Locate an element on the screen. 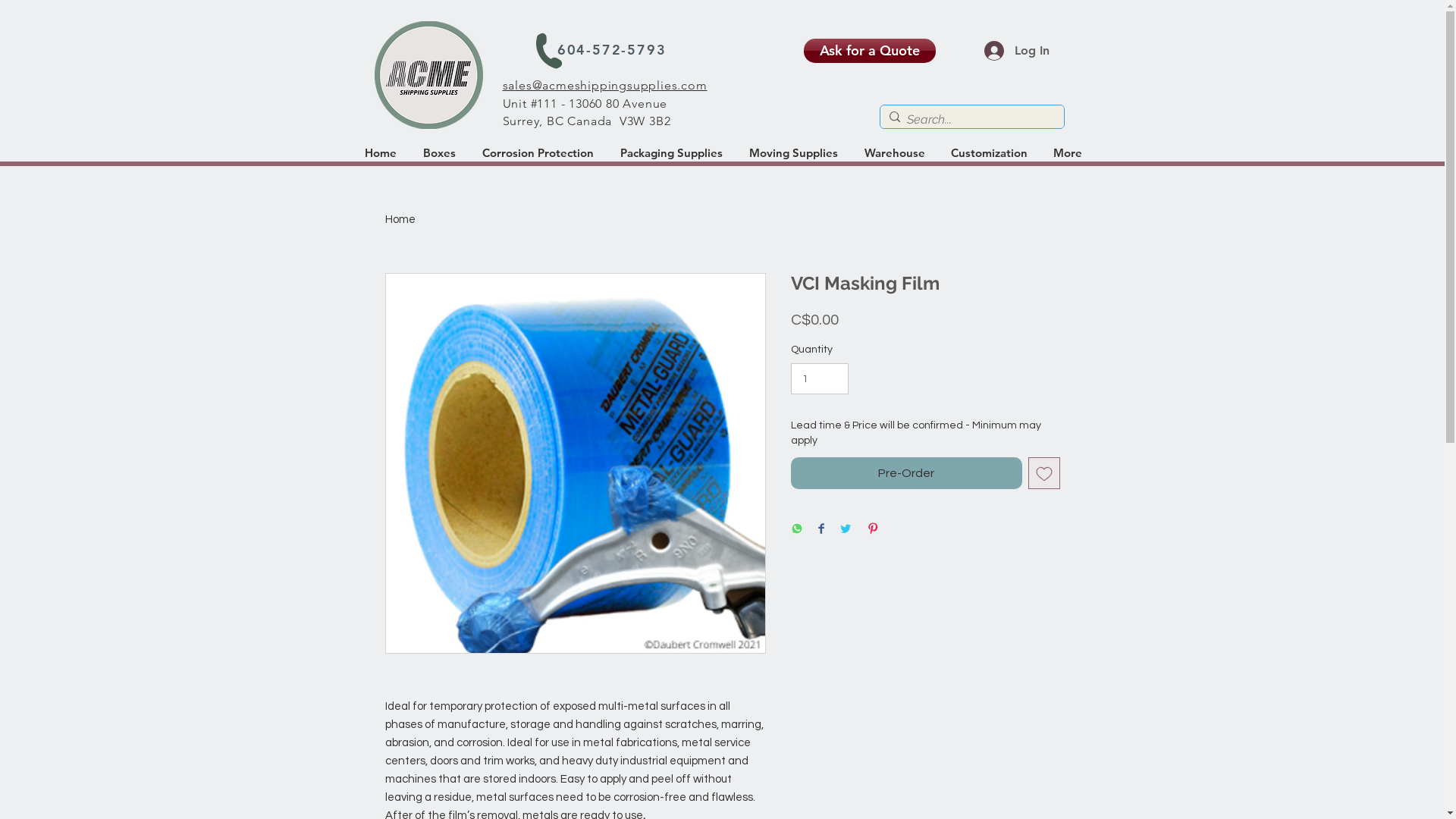  'Customization' is located at coordinates (990, 152).